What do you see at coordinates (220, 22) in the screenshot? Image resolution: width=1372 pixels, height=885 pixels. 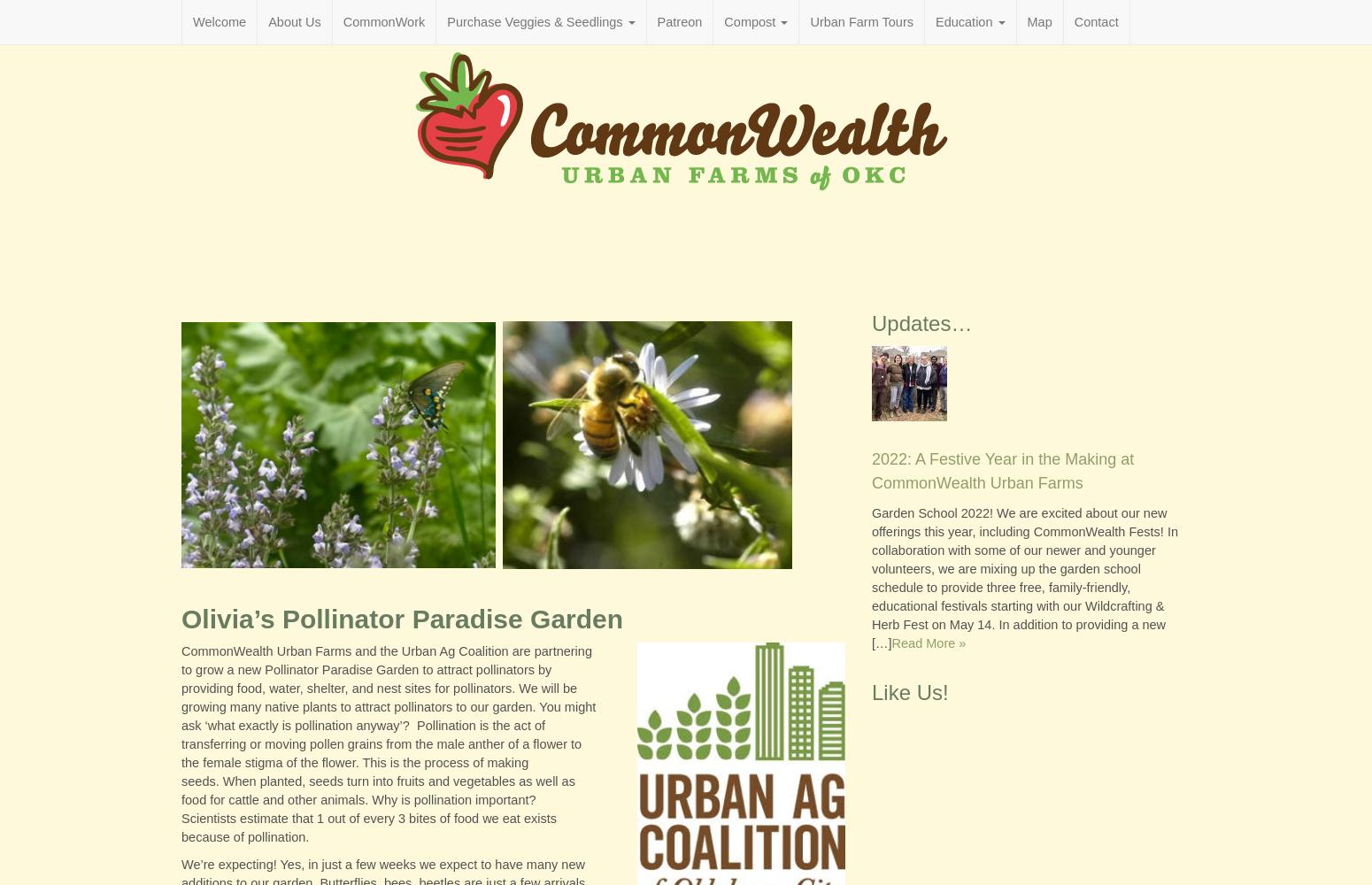 I see `'Welcome'` at bounding box center [220, 22].